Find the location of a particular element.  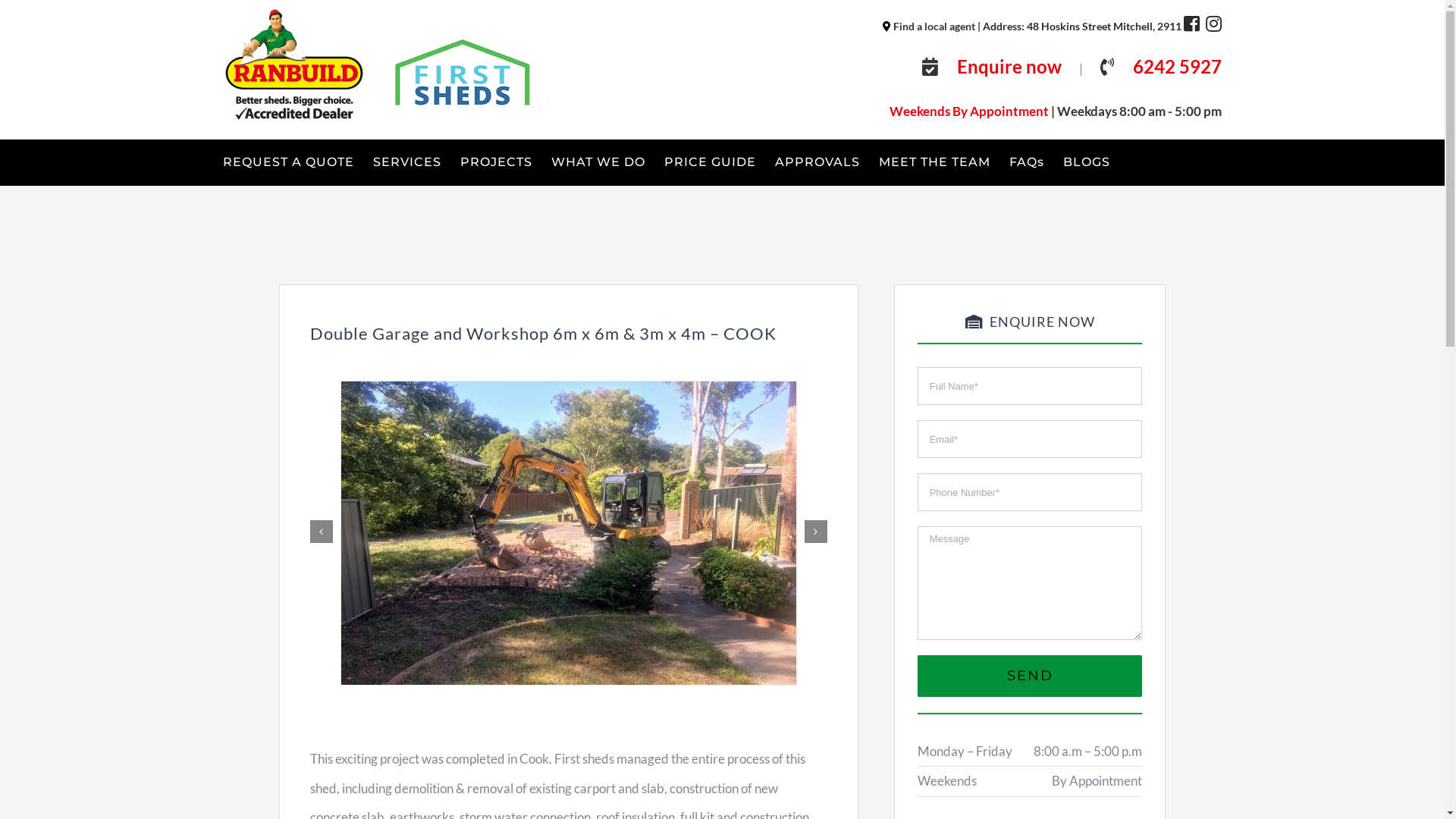

'6242 5927' is located at coordinates (1132, 66).